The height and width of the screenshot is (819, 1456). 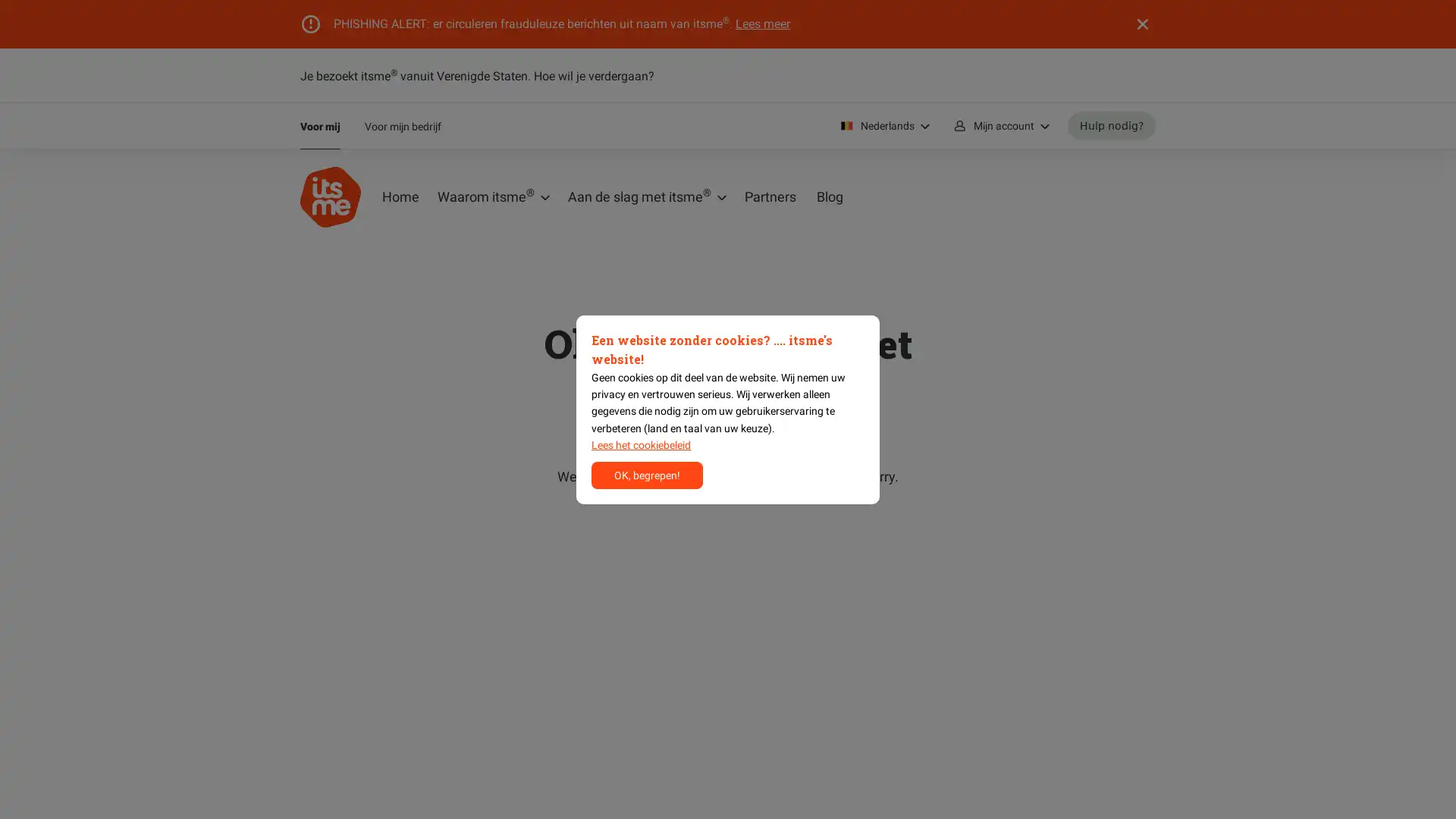 I want to click on Sluit notificatie, so click(x=1143, y=24).